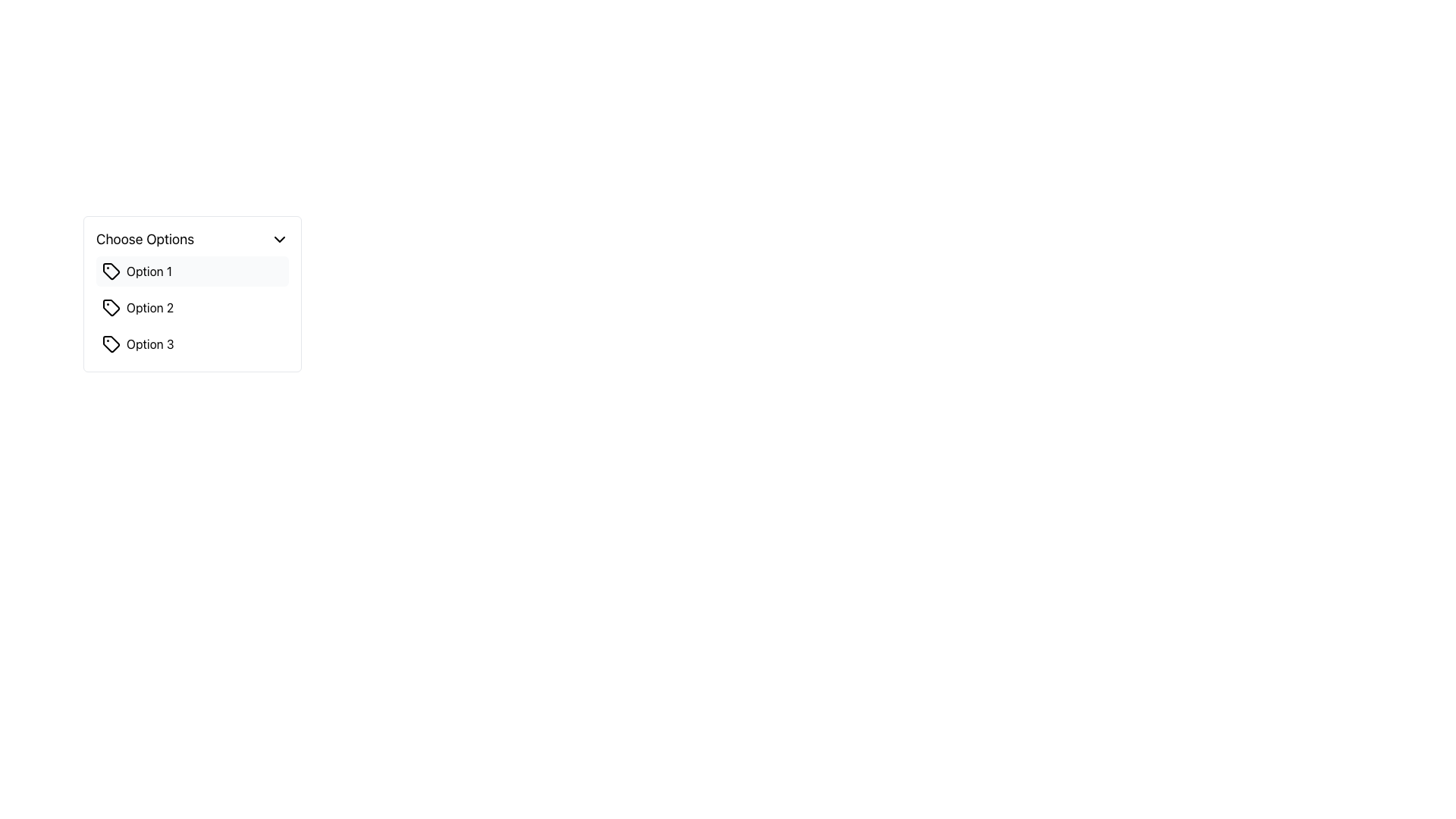 Image resolution: width=1456 pixels, height=819 pixels. I want to click on the Dropdown Header which is located at the top section of a dropdown menu, allowing interaction with the options list, so click(192, 239).